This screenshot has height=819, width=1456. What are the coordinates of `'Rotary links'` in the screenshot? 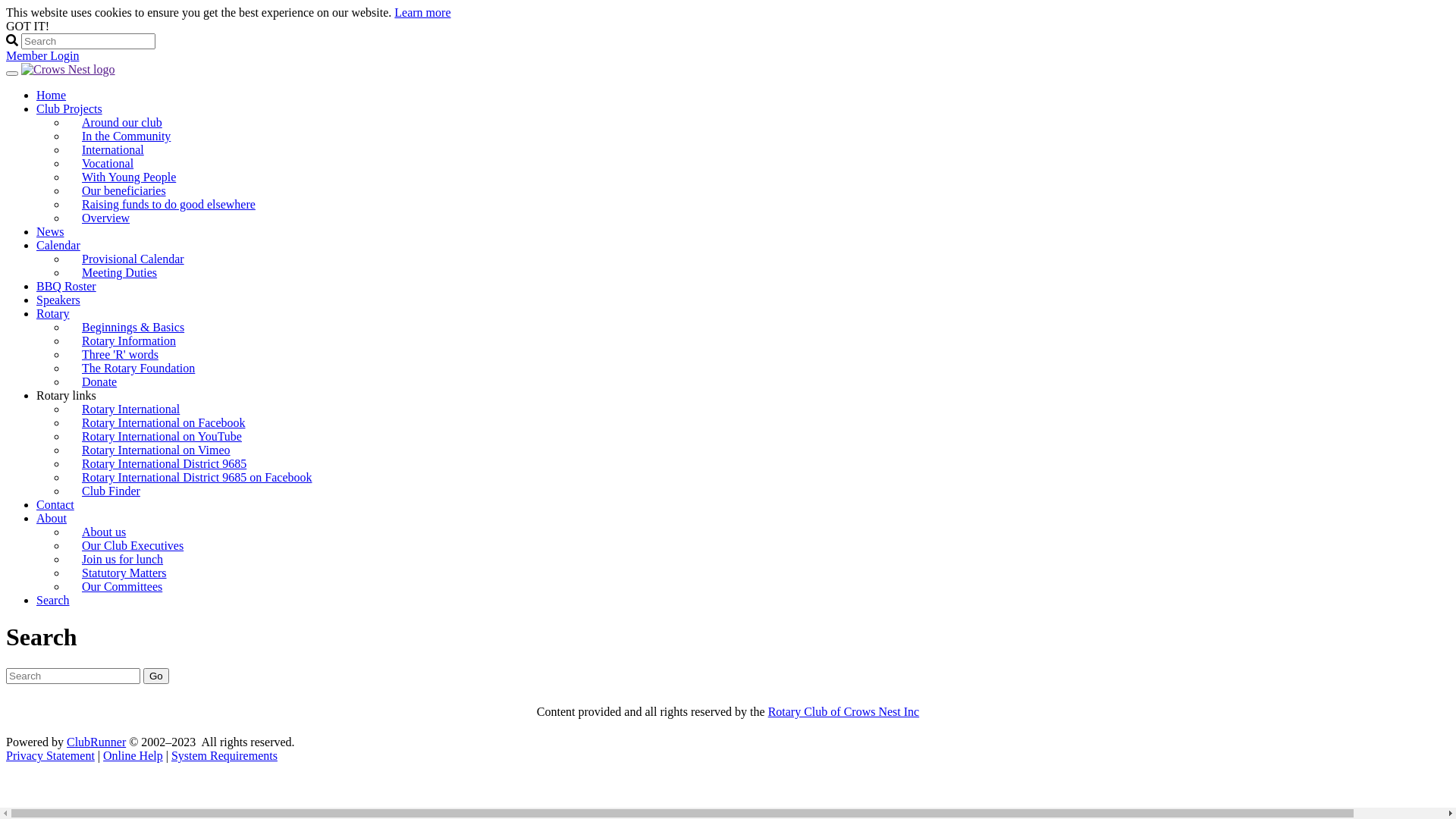 It's located at (65, 394).